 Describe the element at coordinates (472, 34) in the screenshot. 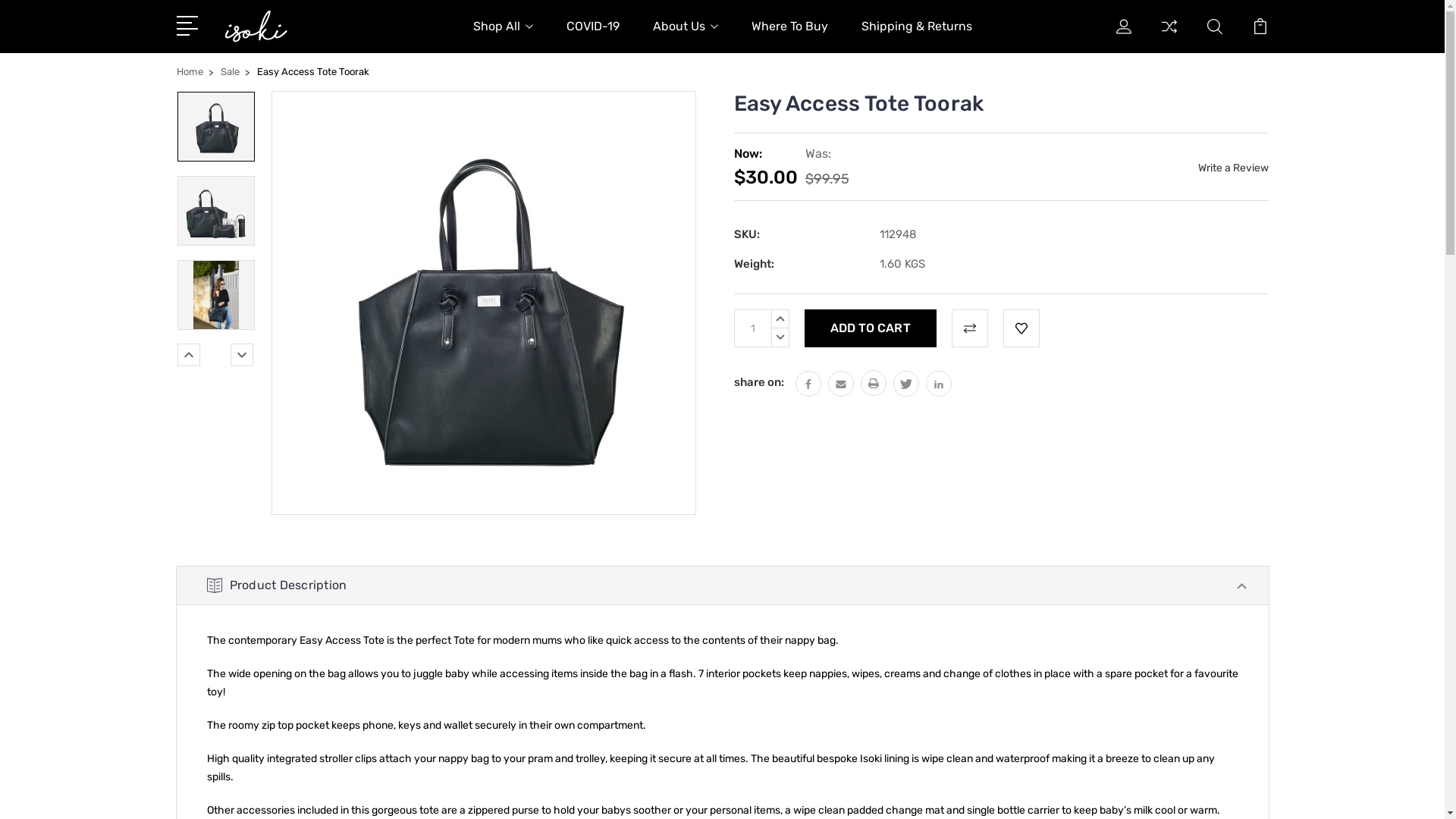

I see `'Shop All'` at that location.